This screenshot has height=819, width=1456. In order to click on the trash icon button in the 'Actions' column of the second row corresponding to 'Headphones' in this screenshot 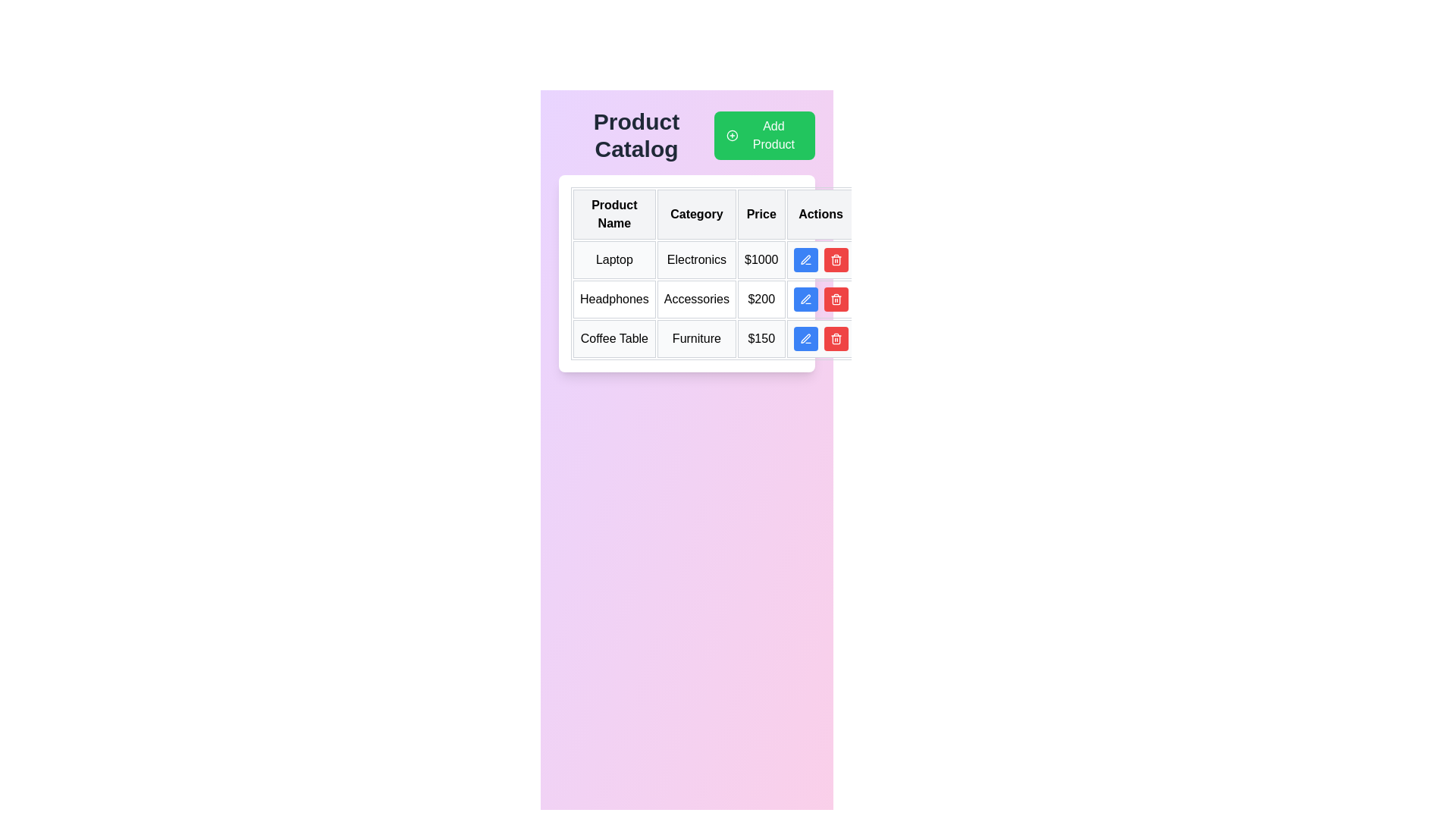, I will do `click(835, 300)`.